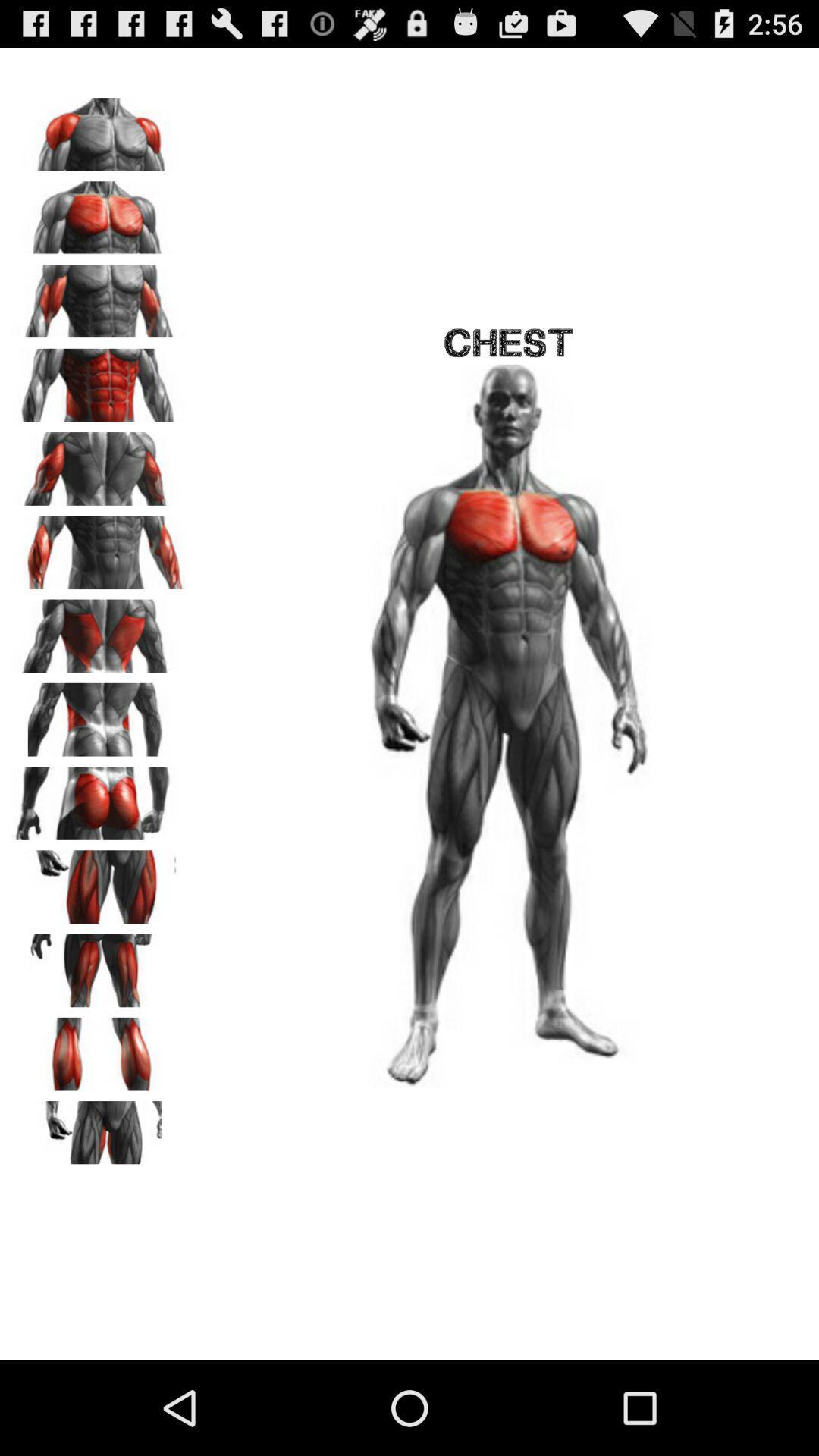 The width and height of the screenshot is (819, 1456). What do you see at coordinates (99, 463) in the screenshot?
I see `triceps` at bounding box center [99, 463].